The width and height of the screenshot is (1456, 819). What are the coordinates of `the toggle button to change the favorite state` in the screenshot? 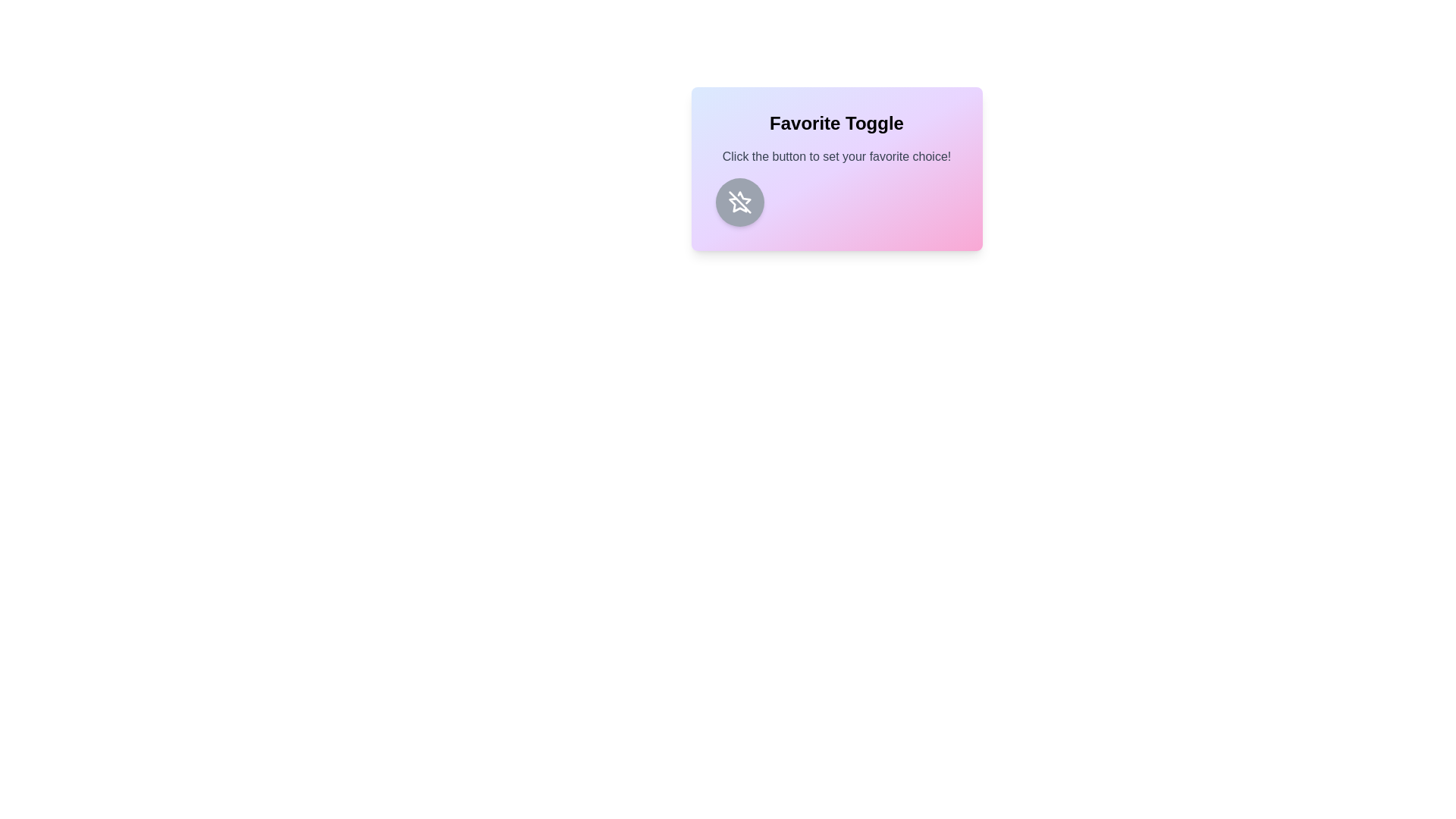 It's located at (739, 201).